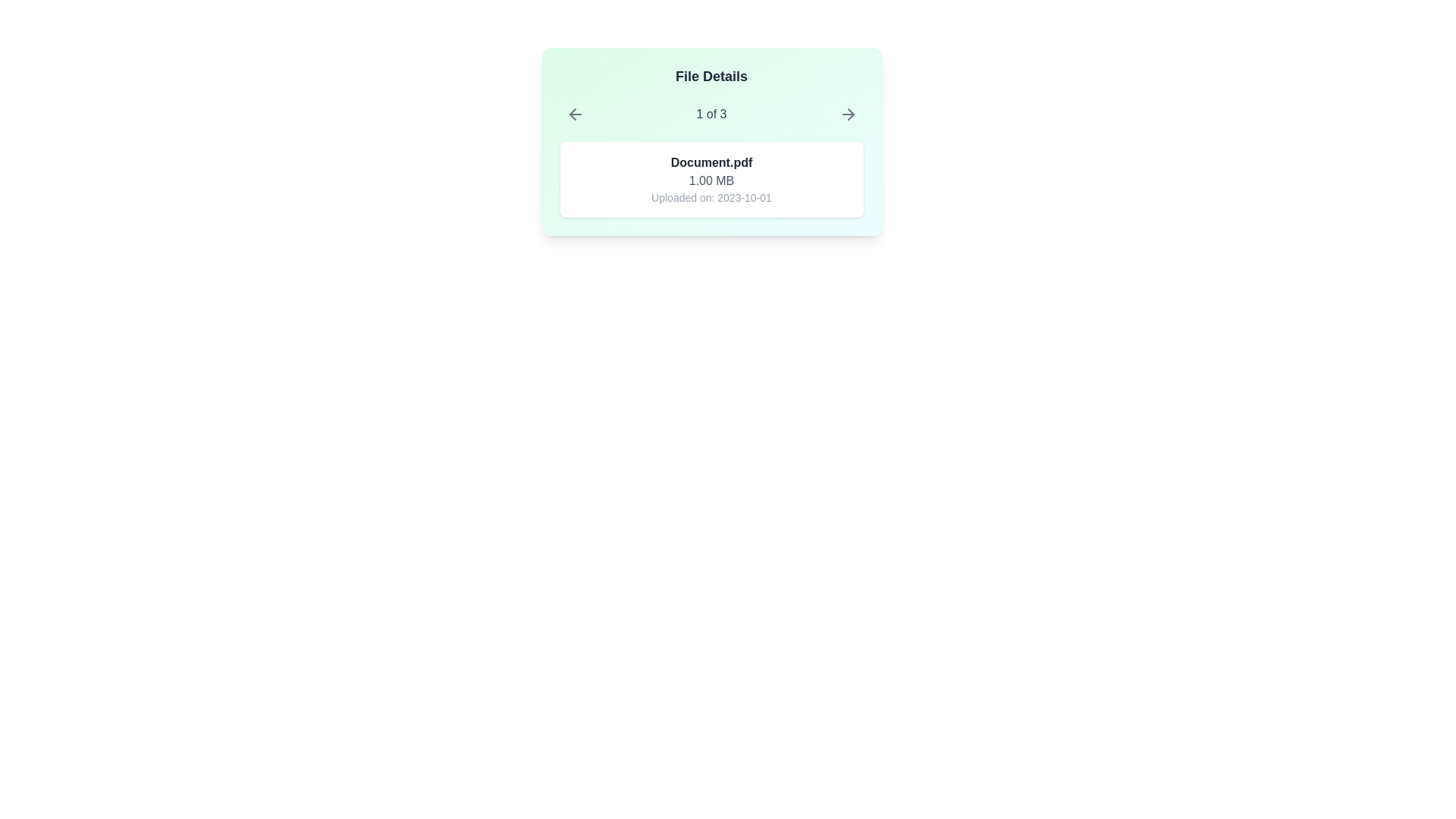 This screenshot has width=1456, height=819. What do you see at coordinates (851, 113) in the screenshot?
I see `the Vector icon that is part of the right-arrow icon located in the top-right corner of the 'File Details' card for keyboard interaction` at bounding box center [851, 113].